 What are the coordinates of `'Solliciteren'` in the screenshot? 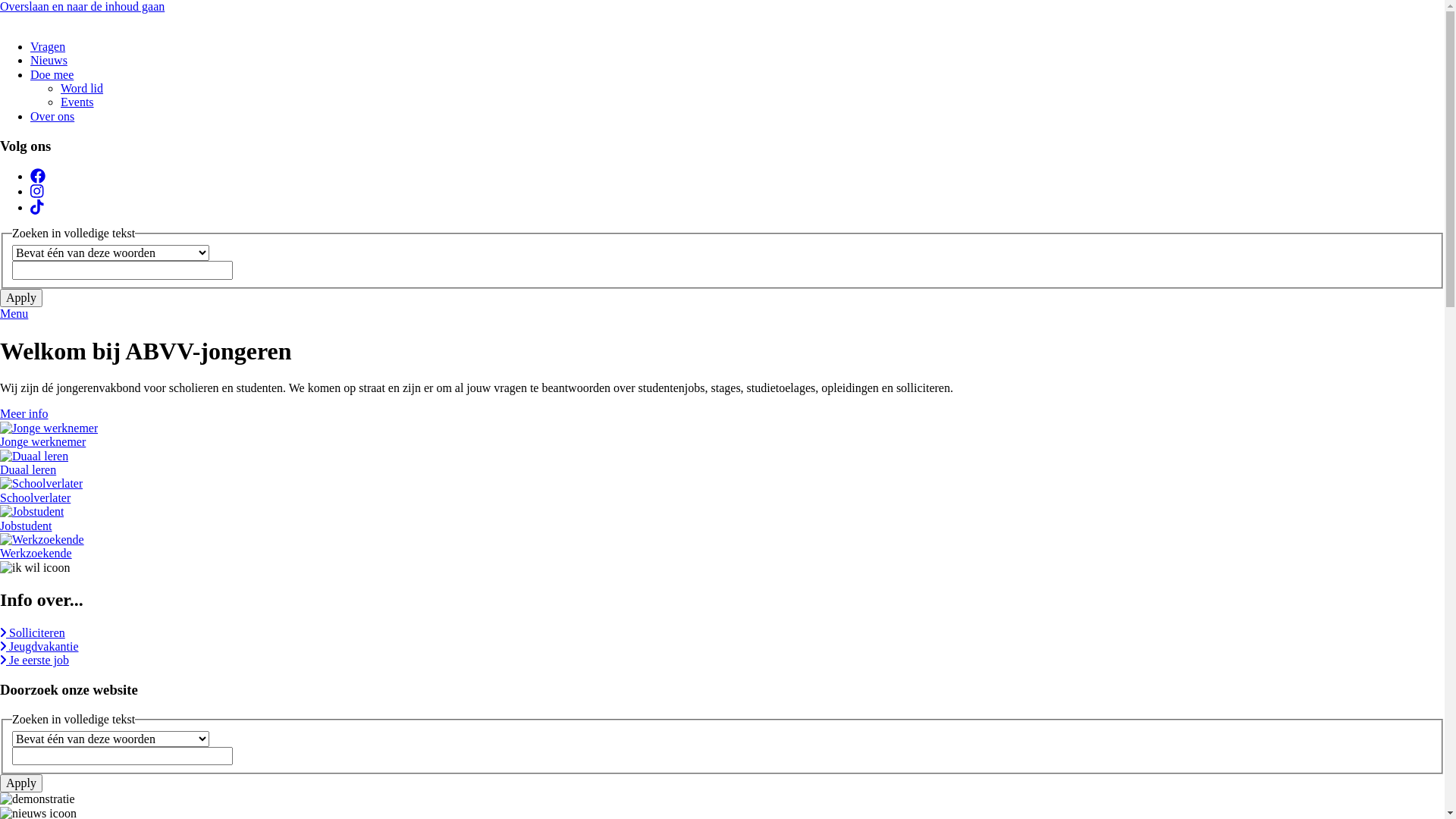 It's located at (33, 632).